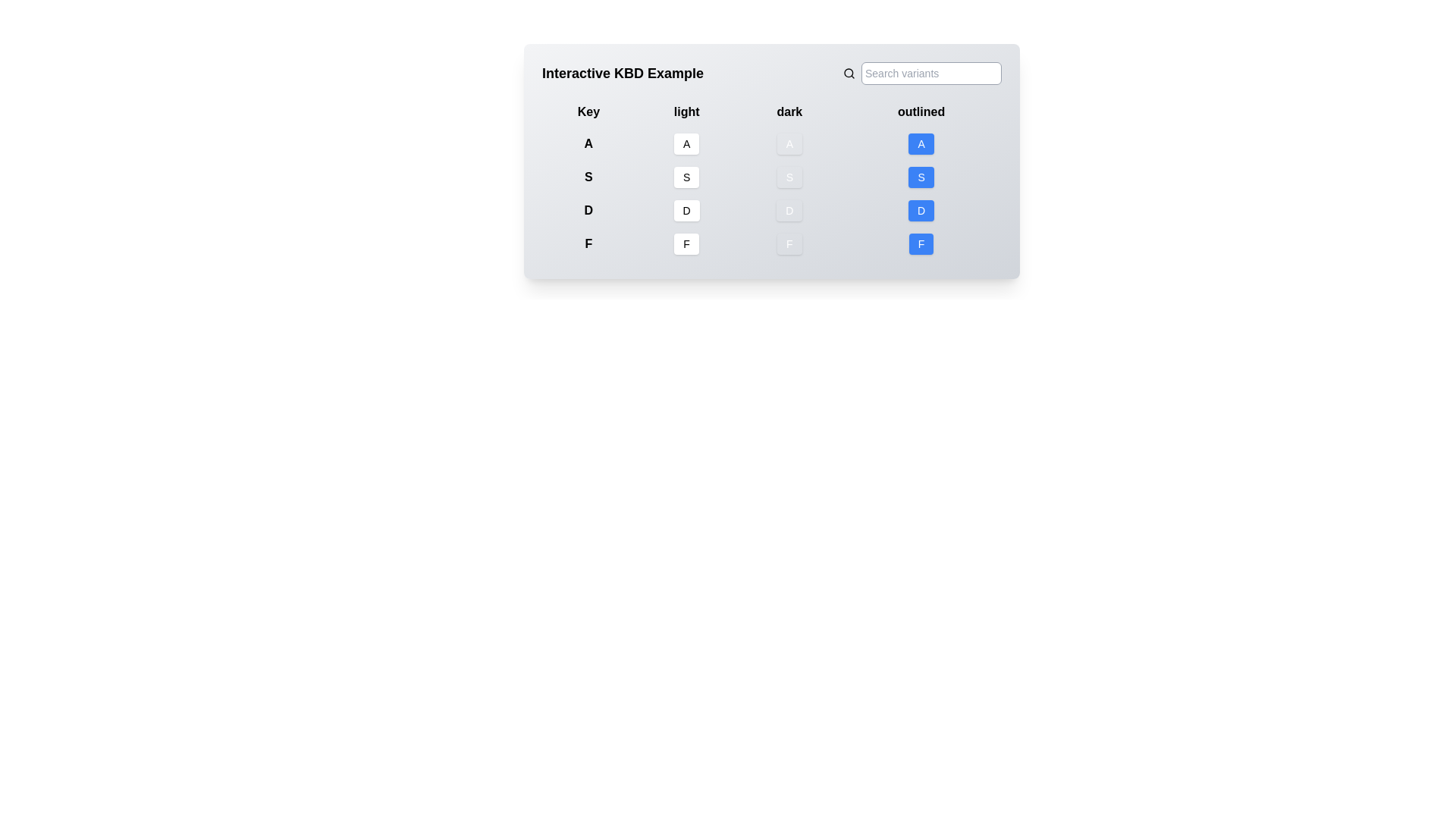 This screenshot has height=819, width=1456. I want to click on the 'S' button in the second row, third column of the interactive grid, which is part of a keyboard simulation with a gradient background, so click(771, 177).